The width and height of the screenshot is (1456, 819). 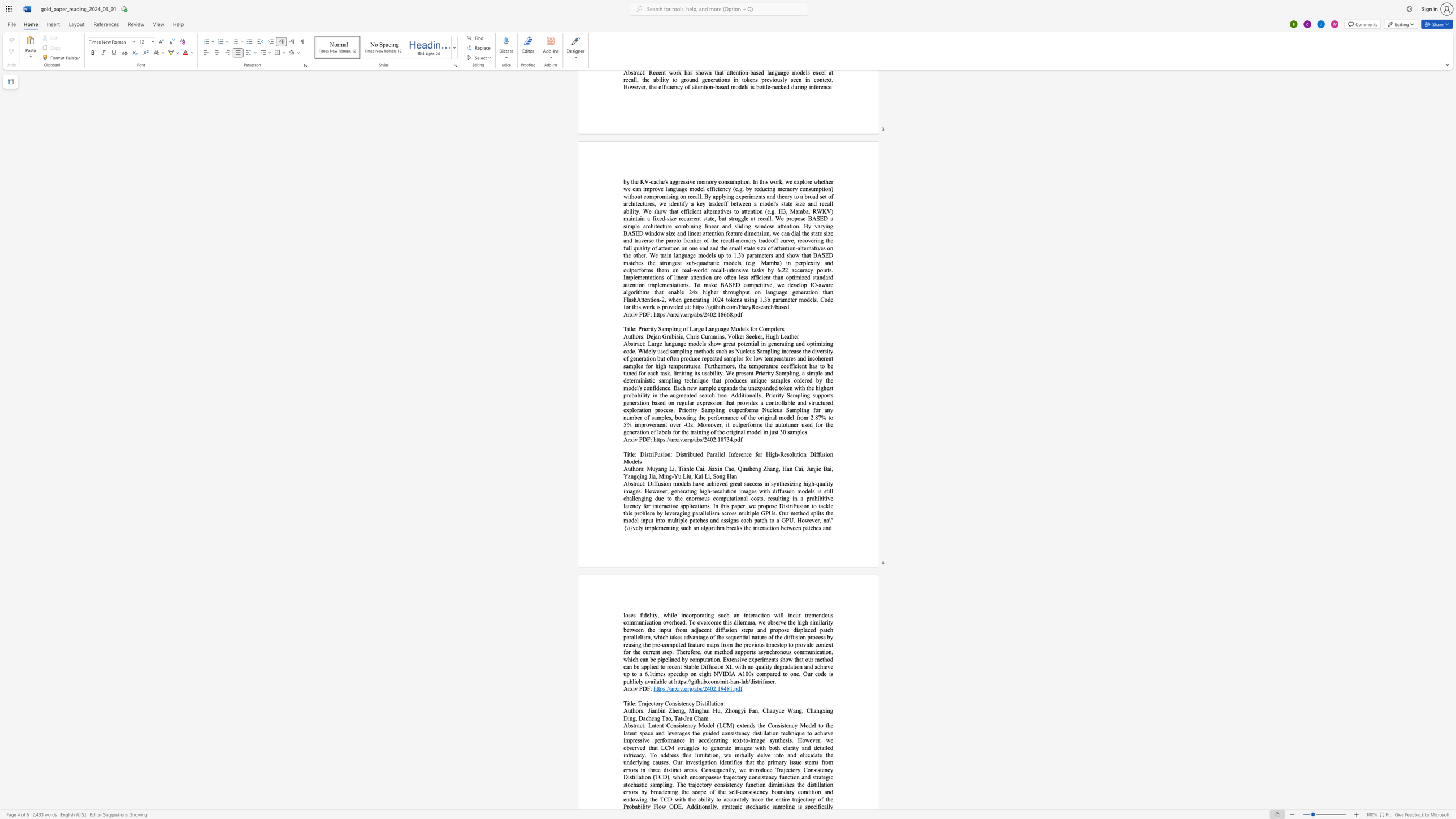 I want to click on the 1th character "J" in the text, so click(x=708, y=469).